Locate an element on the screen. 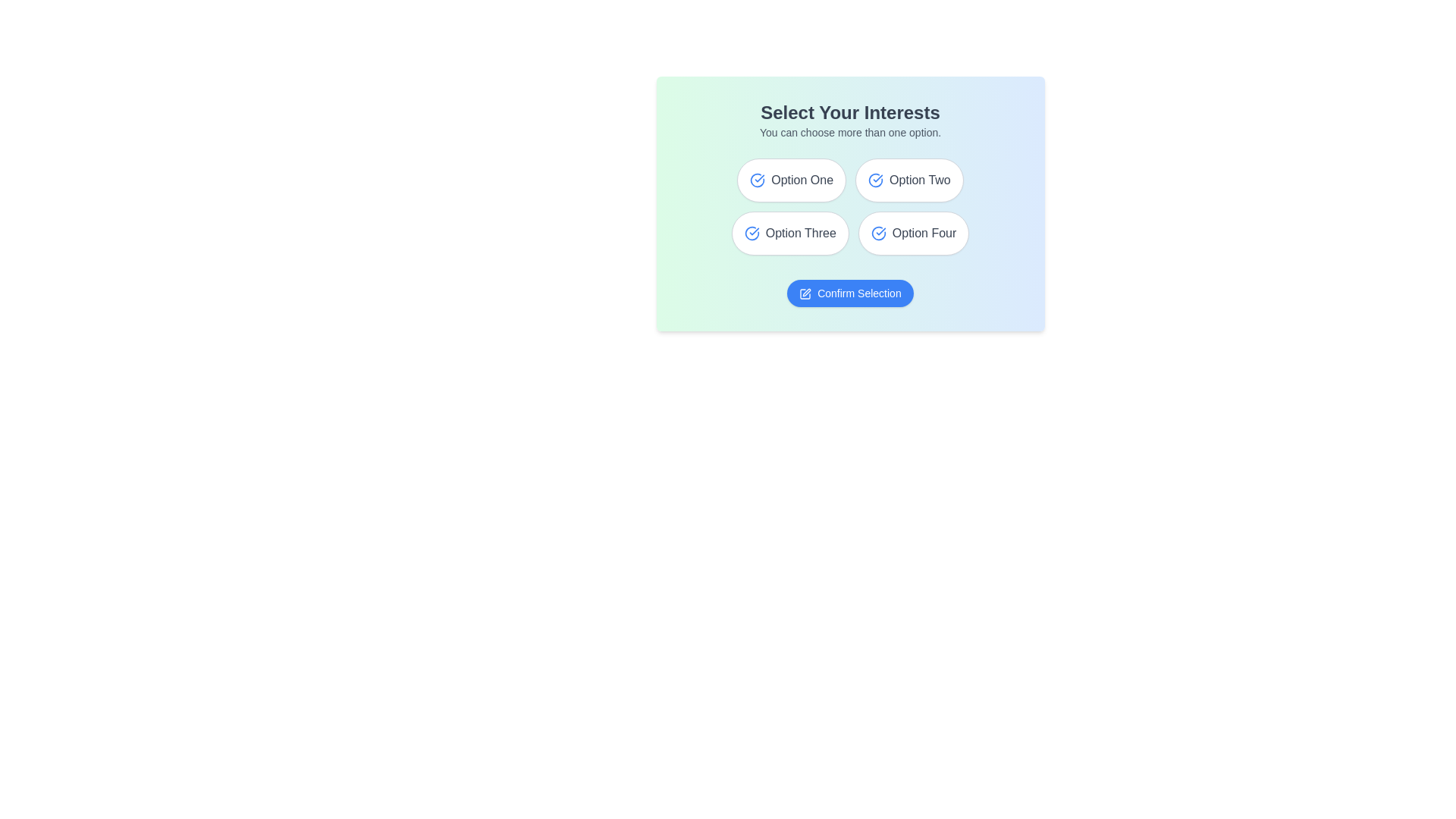  'Confirm Selection' button is located at coordinates (850, 293).